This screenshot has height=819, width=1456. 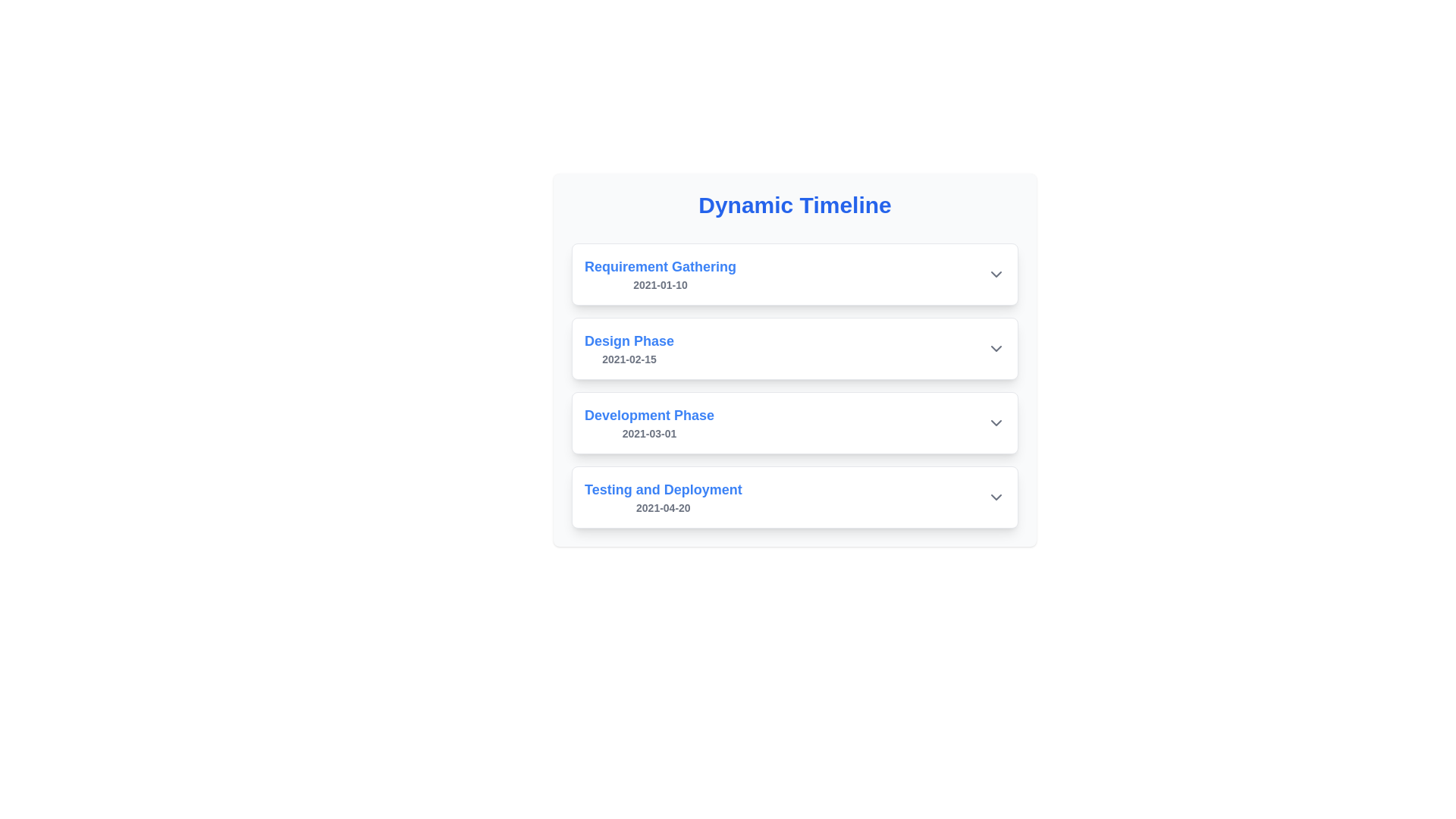 What do you see at coordinates (629, 348) in the screenshot?
I see `the 'Design Phase' text label, which indicates a specific phase in the timeline along with its date '2021-02-15', for understanding the timeline` at bounding box center [629, 348].